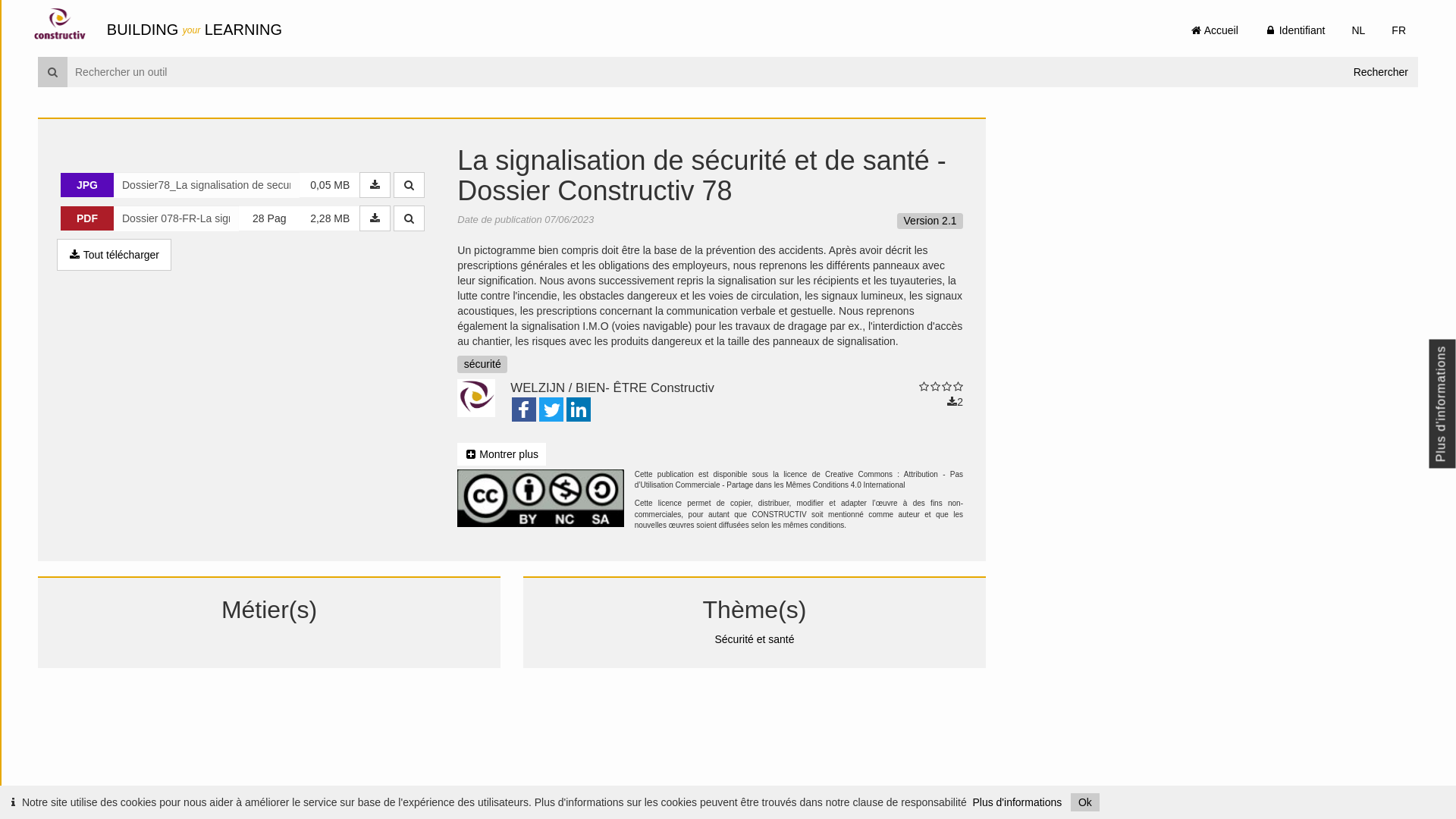  Describe the element at coordinates (524, 409) in the screenshot. I see `'Facebook'` at that location.